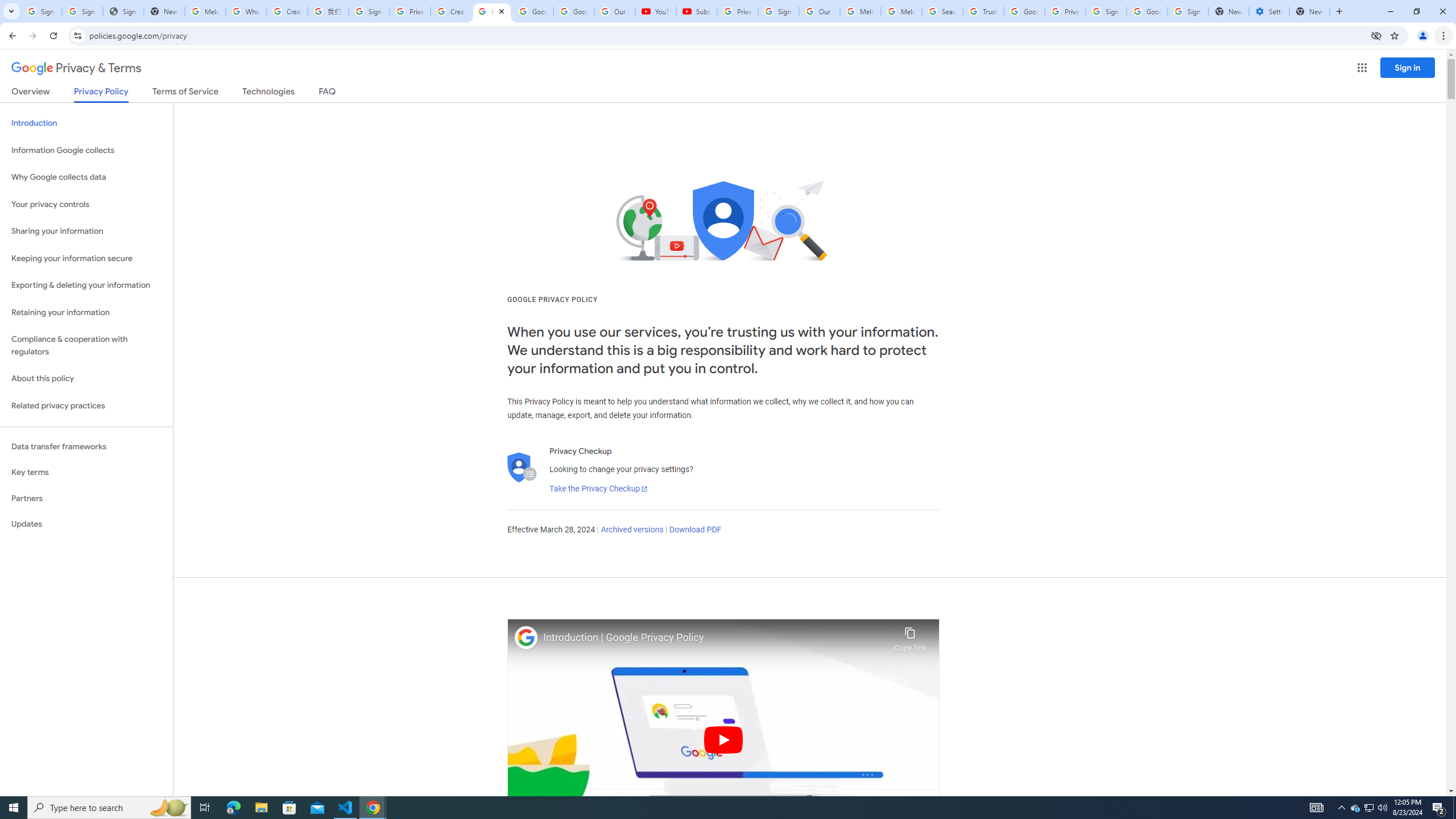 Image resolution: width=1456 pixels, height=819 pixels. Describe the element at coordinates (598, 488) in the screenshot. I see `'Take the Privacy Checkup'` at that location.